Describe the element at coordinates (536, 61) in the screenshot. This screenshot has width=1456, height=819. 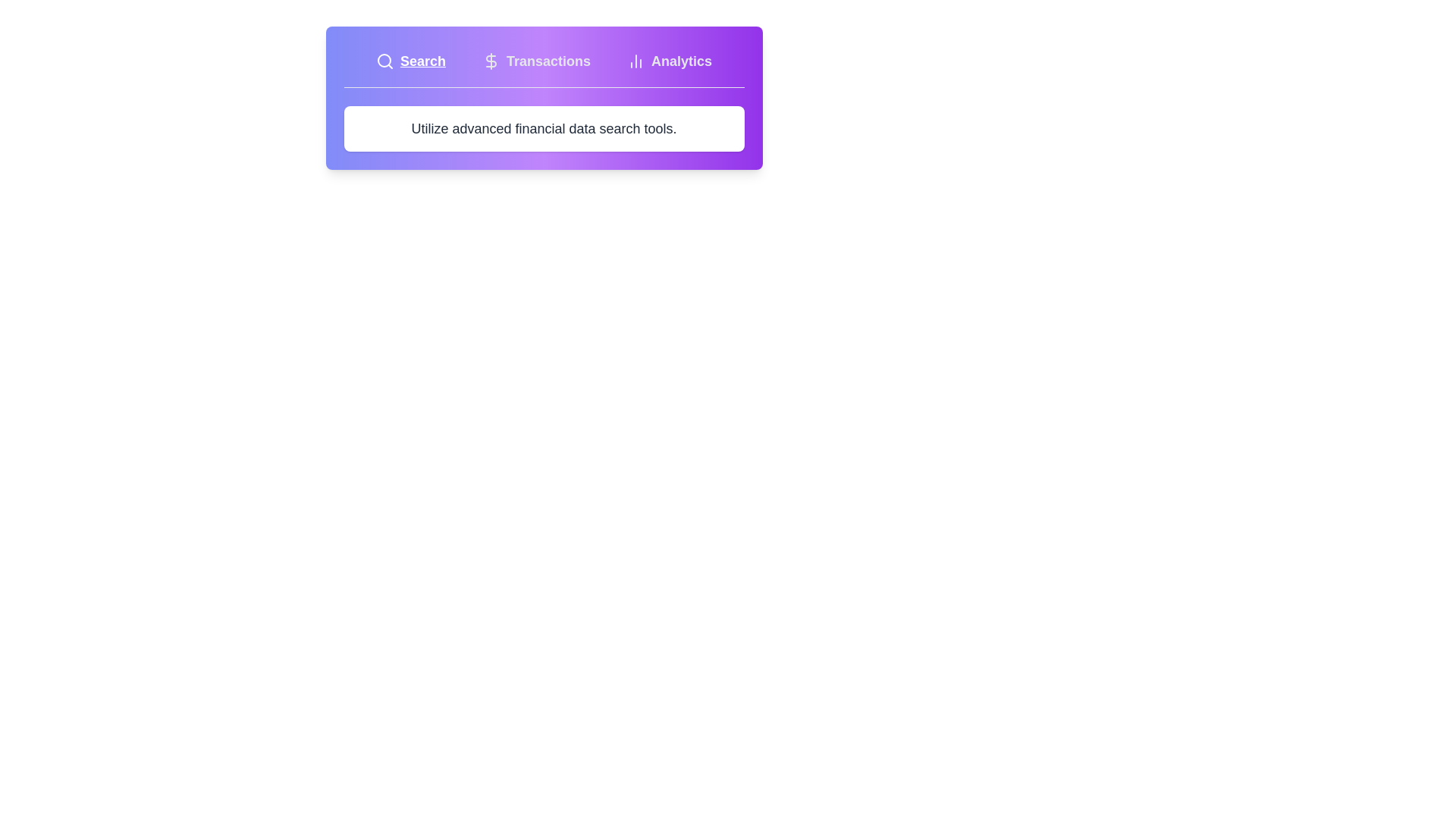
I see `the tab labeled Transactions` at that location.